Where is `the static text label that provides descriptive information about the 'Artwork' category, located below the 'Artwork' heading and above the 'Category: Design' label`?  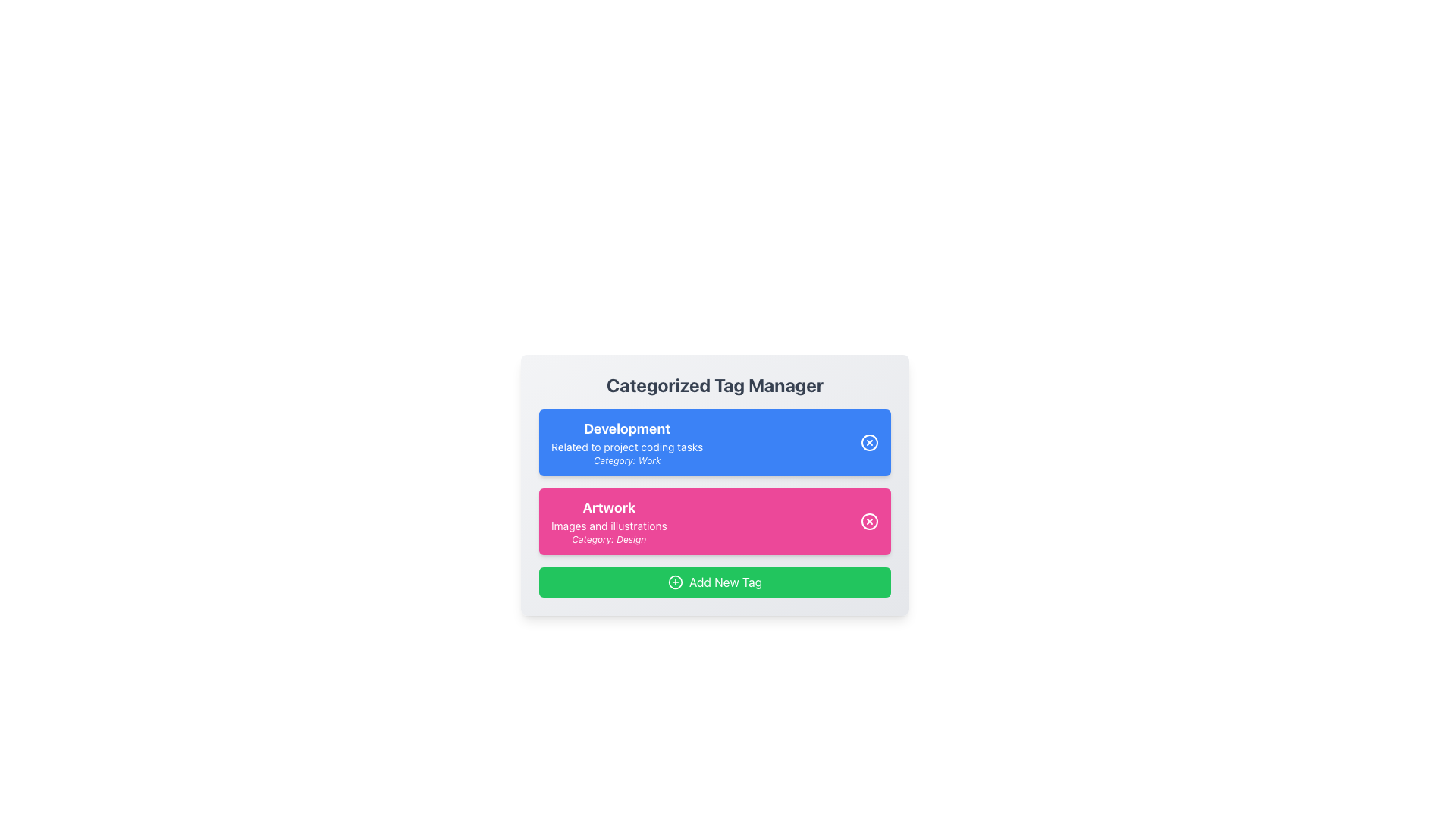 the static text label that provides descriptive information about the 'Artwork' category, located below the 'Artwork' heading and above the 'Category: Design' label is located at coordinates (609, 526).